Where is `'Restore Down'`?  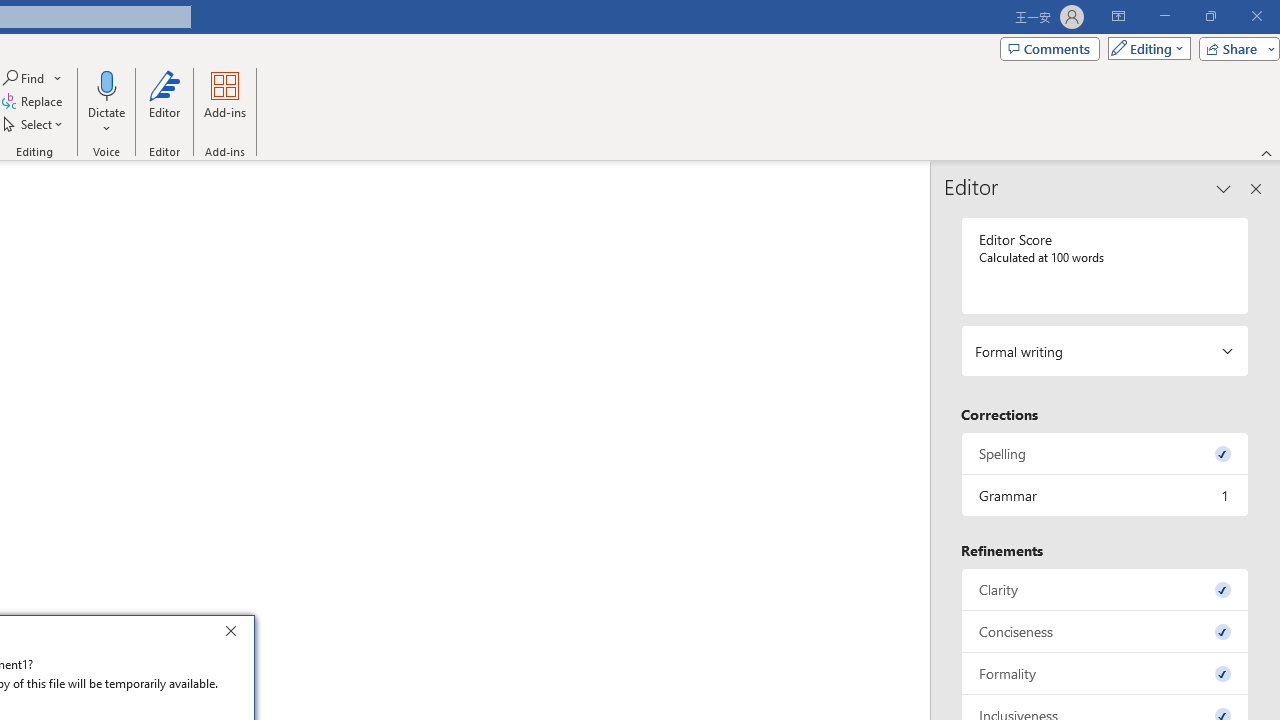 'Restore Down' is located at coordinates (1209, 16).